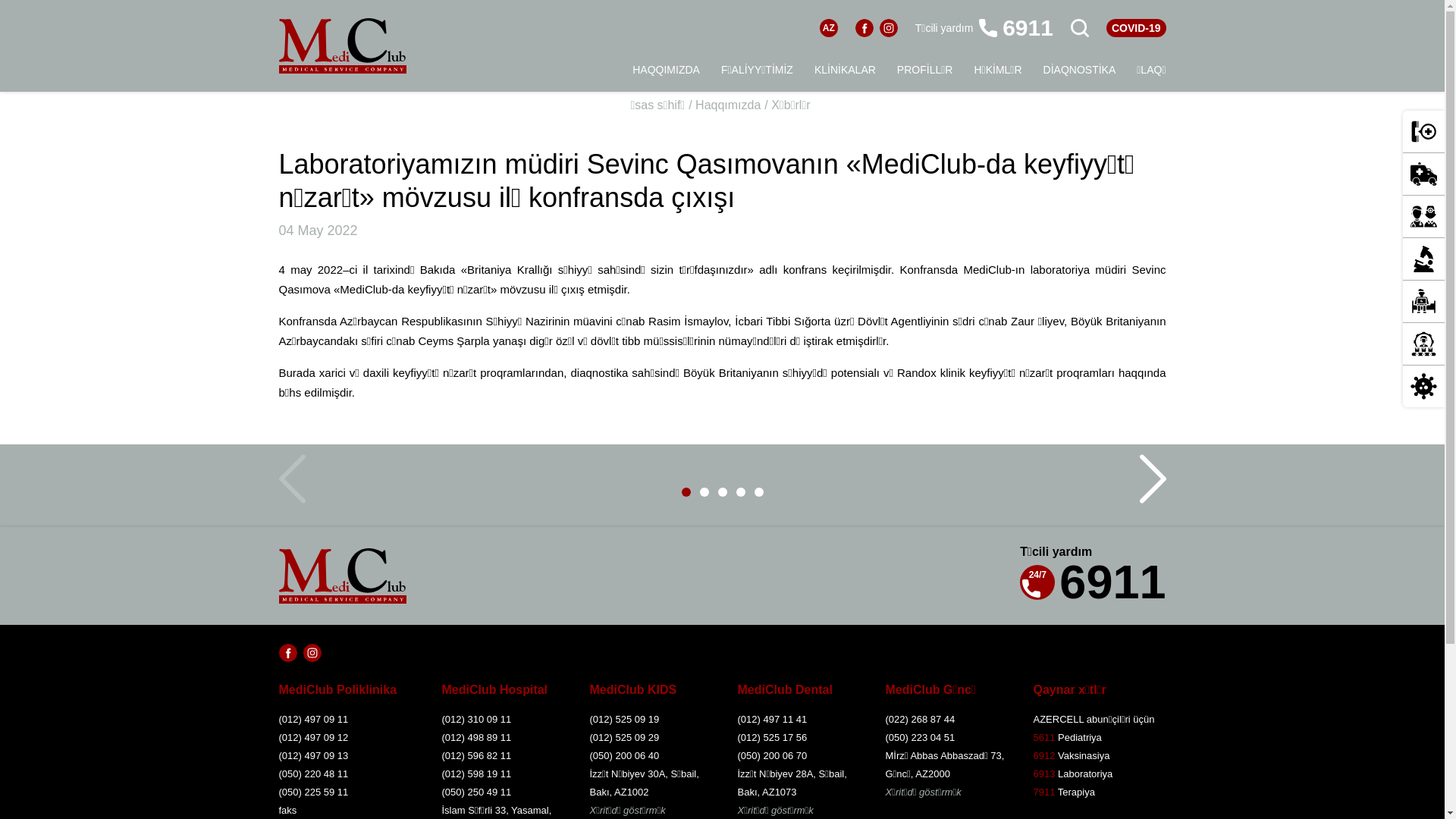 The height and width of the screenshot is (819, 1456). I want to click on '(050) 200 06 40', so click(651, 755).